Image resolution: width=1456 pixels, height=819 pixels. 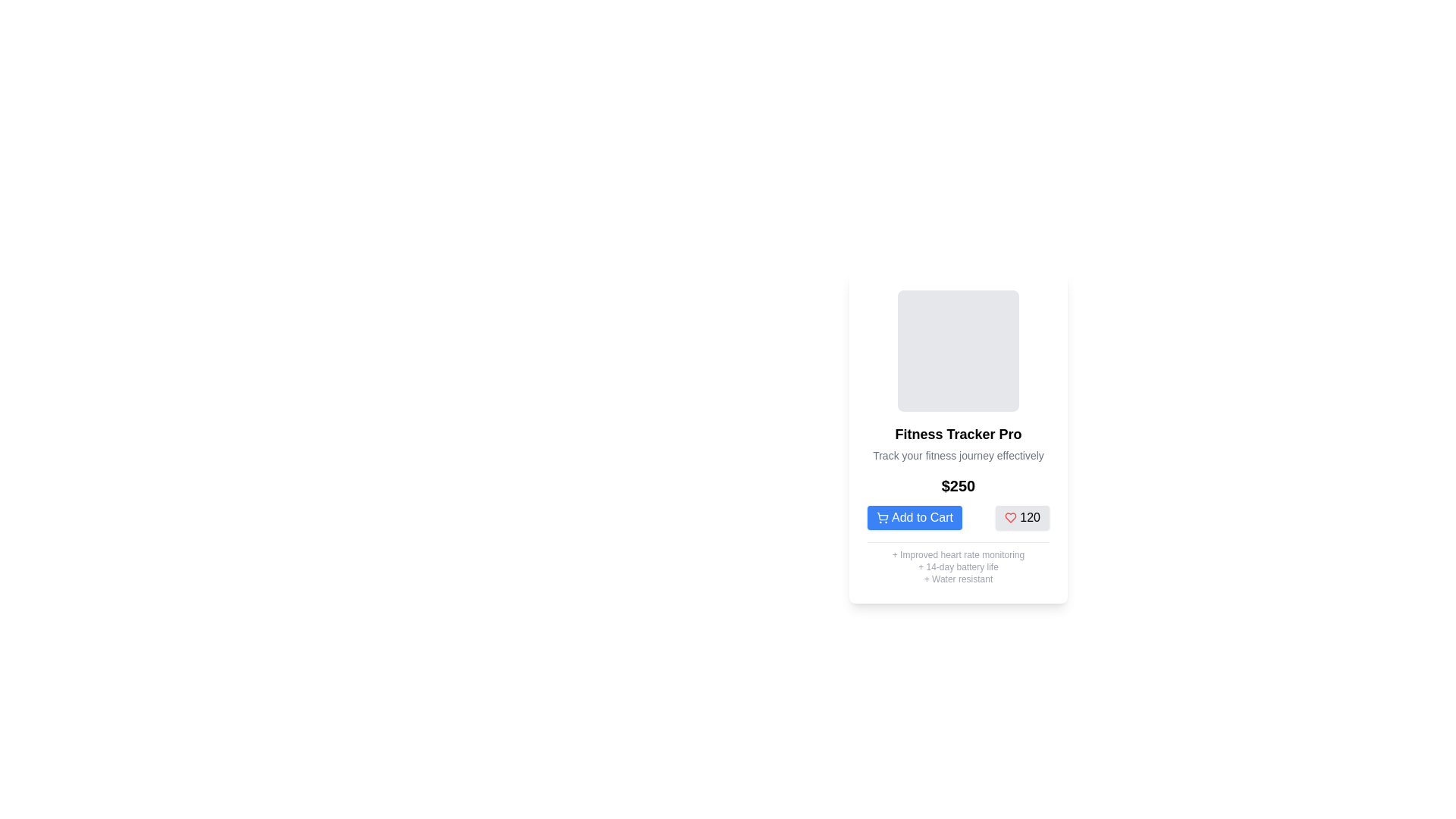 I want to click on the 'Add to Cart' button located at the bottom of the card layout, just beneath the price '$250' and above the product highlights, so click(x=957, y=516).